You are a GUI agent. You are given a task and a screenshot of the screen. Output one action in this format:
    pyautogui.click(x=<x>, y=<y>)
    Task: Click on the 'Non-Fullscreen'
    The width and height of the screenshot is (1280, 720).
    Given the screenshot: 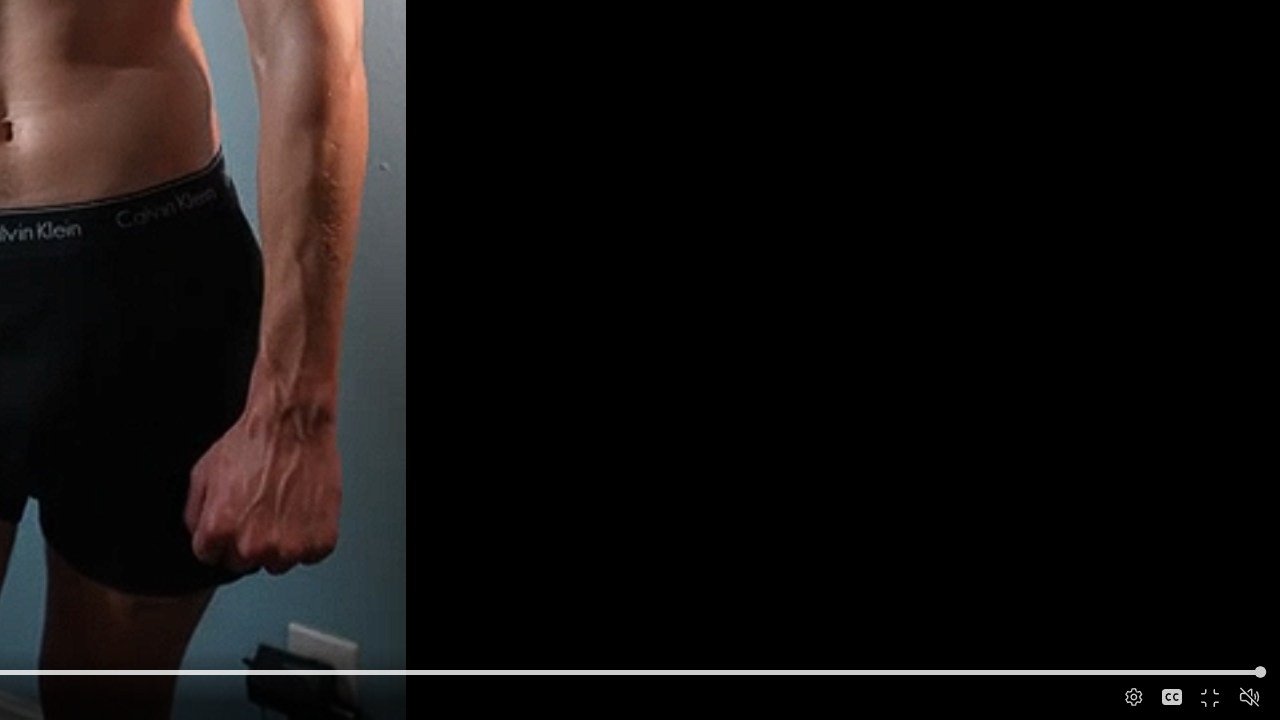 What is the action you would take?
    pyautogui.click(x=1210, y=696)
    